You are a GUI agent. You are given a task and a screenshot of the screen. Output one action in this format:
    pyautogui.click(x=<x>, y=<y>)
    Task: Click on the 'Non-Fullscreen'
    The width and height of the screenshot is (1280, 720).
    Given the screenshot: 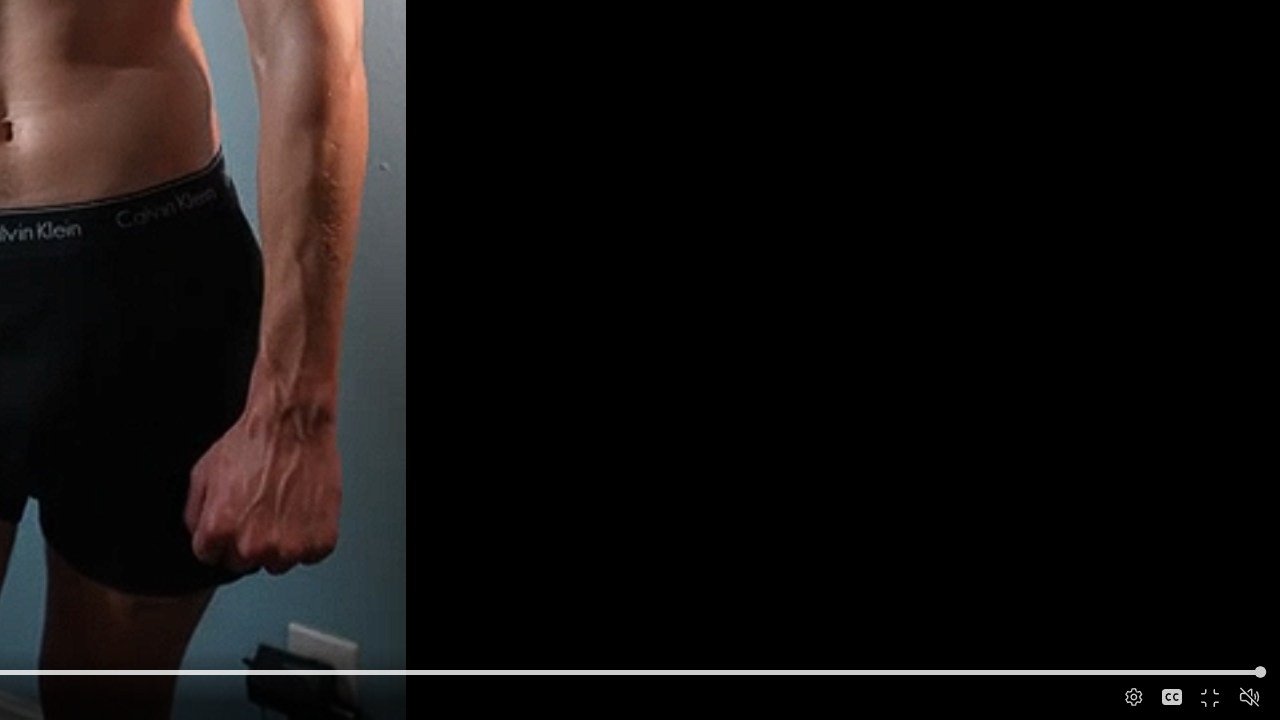 What is the action you would take?
    pyautogui.click(x=1210, y=696)
    